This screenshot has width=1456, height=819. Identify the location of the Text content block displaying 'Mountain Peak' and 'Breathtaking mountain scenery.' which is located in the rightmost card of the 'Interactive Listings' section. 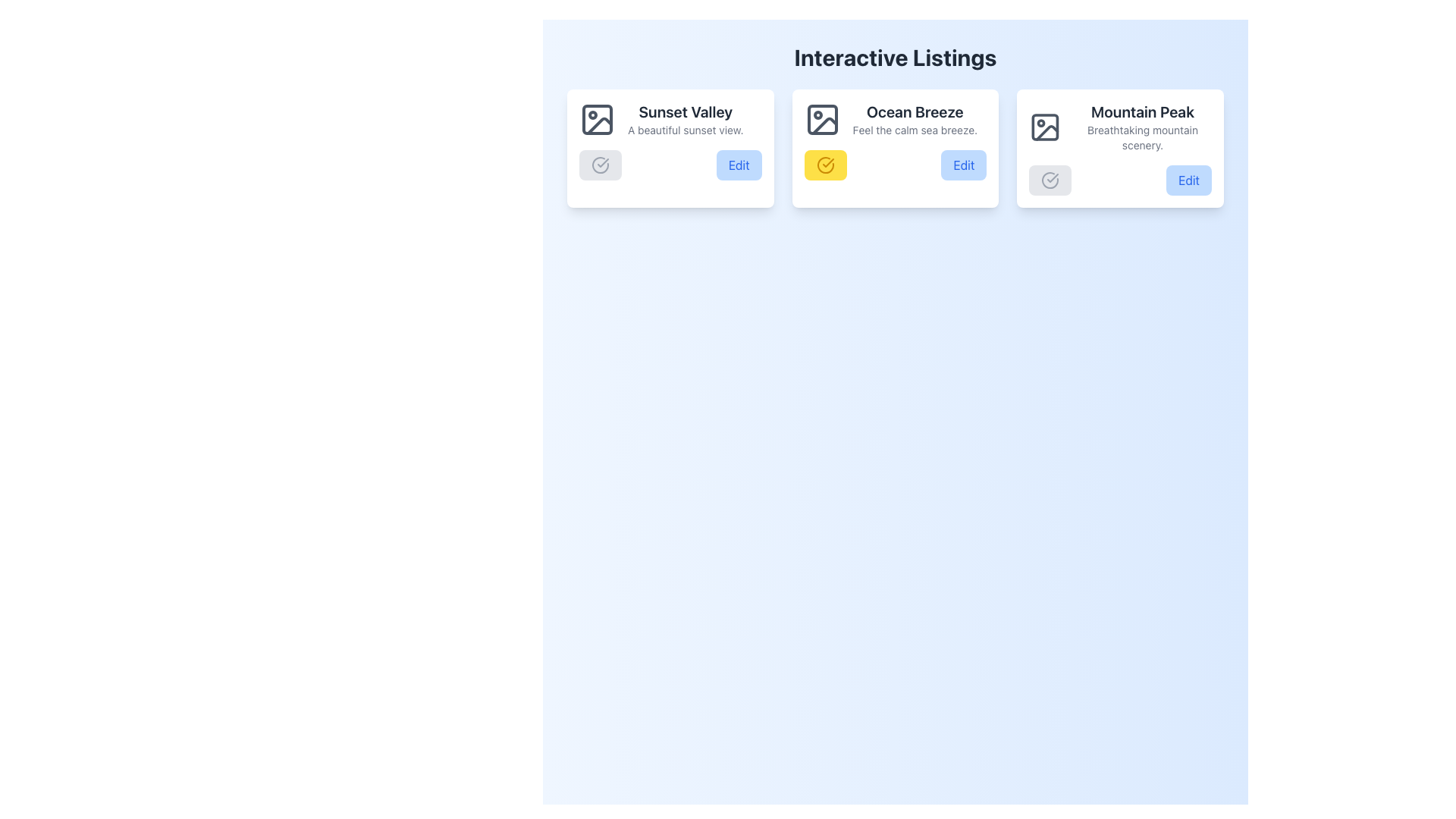
(1143, 127).